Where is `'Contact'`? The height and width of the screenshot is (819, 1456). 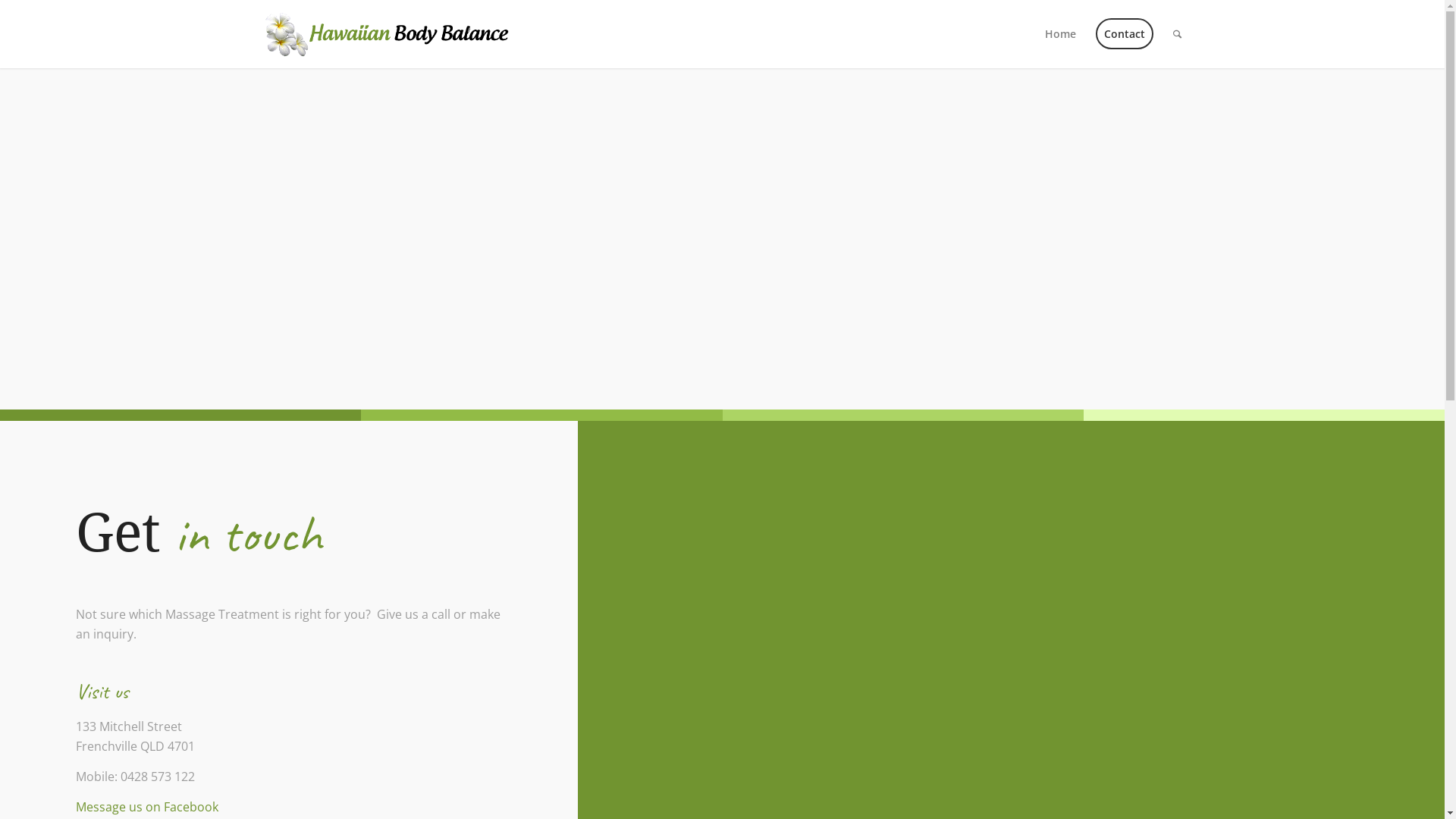 'Contact' is located at coordinates (1125, 34).